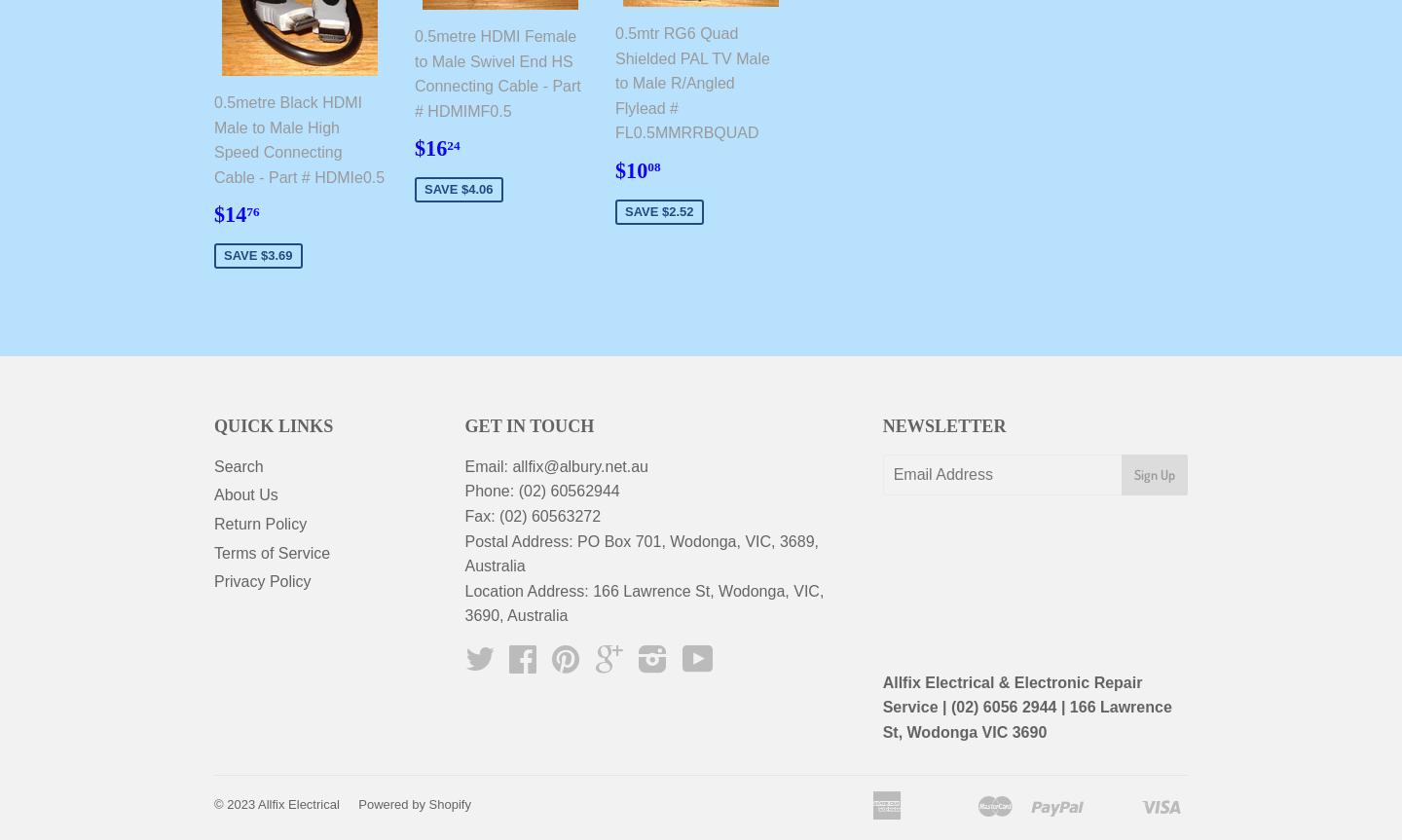 The image size is (1402, 840). Describe the element at coordinates (424, 189) in the screenshot. I see `'Save $4.06'` at that location.